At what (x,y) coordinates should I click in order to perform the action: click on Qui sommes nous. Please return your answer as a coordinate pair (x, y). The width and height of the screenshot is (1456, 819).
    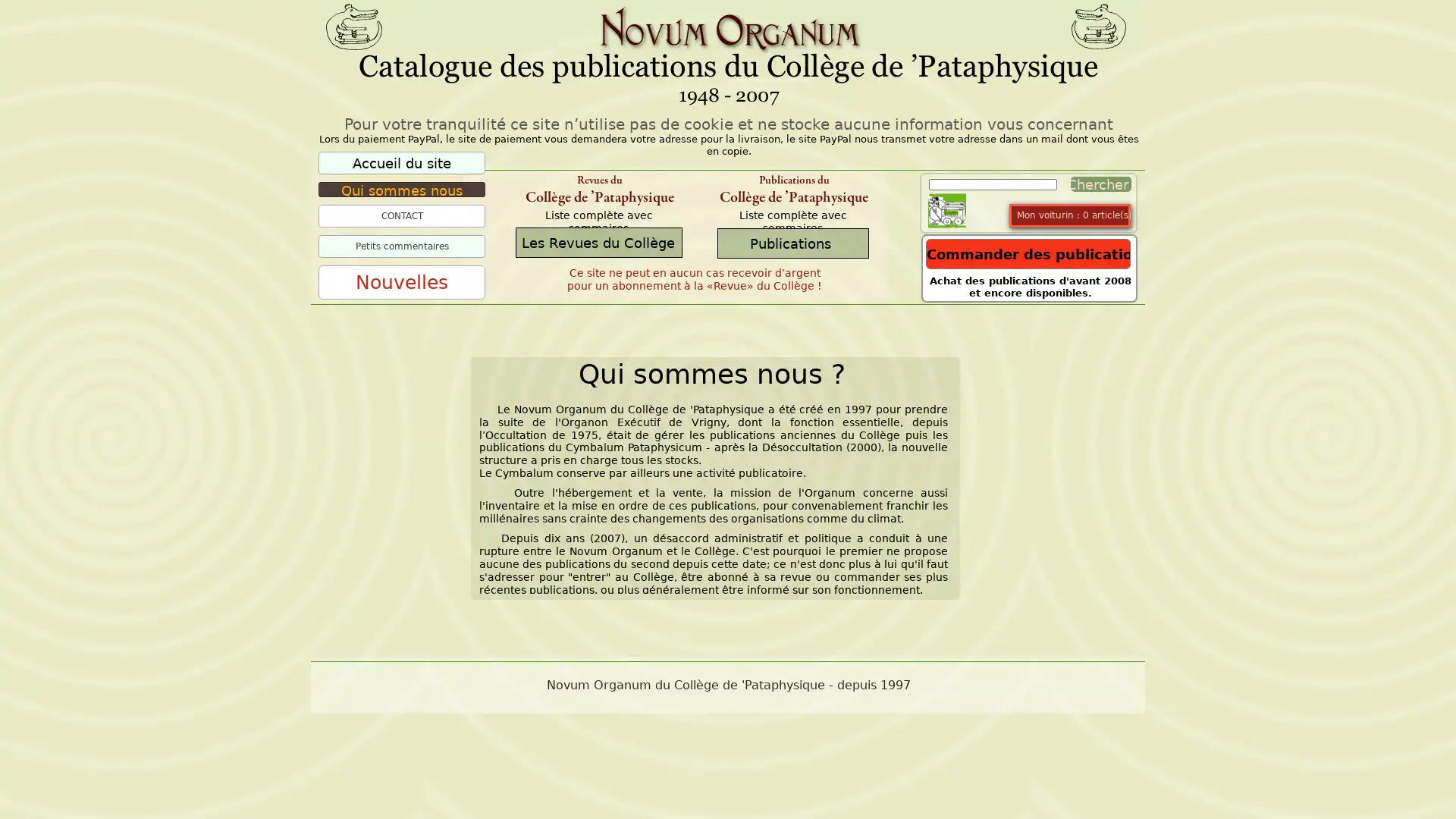
    Looking at the image, I should click on (401, 189).